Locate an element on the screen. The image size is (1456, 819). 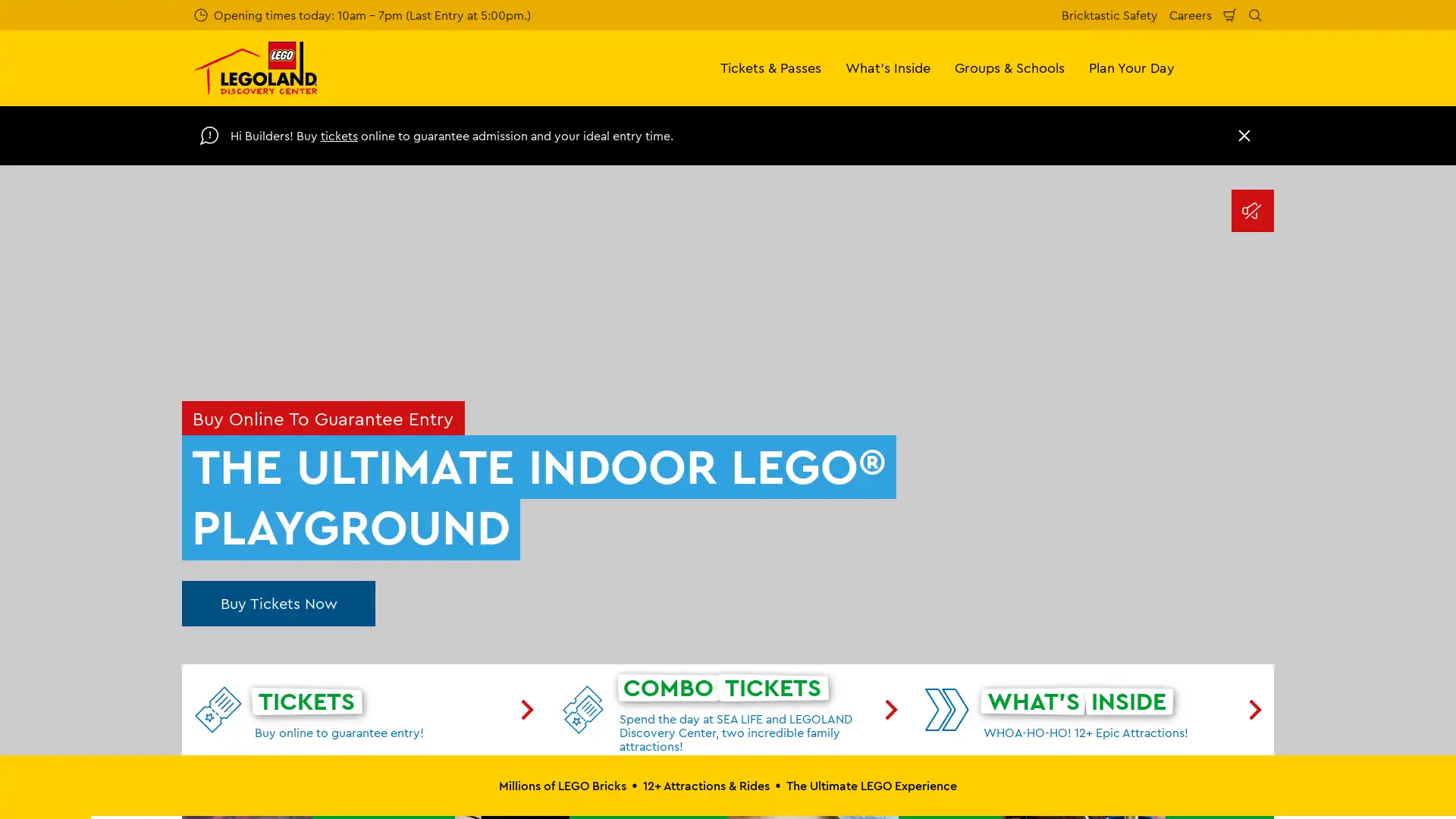
Tickets & Passes is located at coordinates (770, 67).